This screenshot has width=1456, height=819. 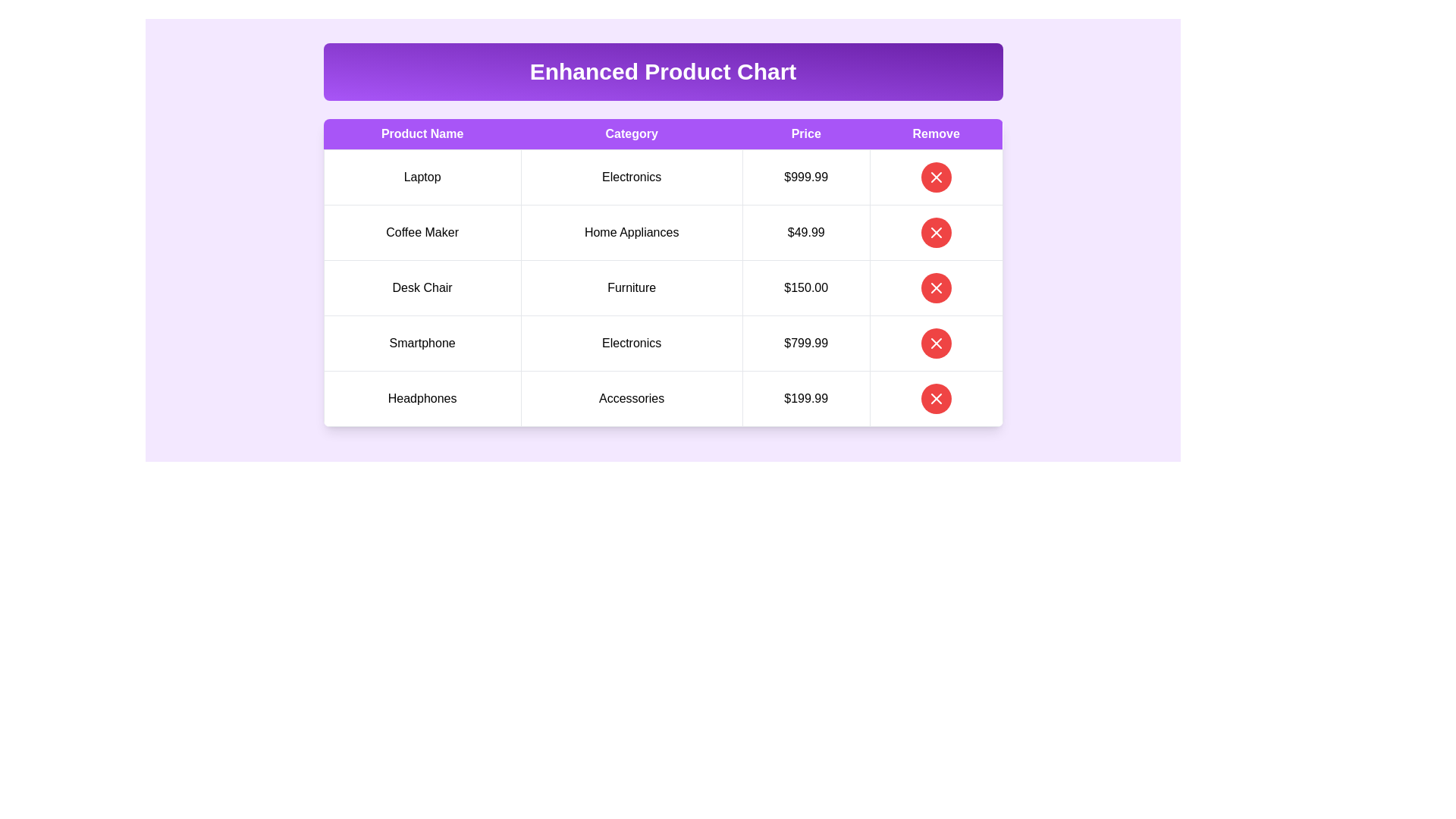 What do you see at coordinates (805, 233) in the screenshot?
I see `the static text displaying the price '$49.99' in the 'Price' column of the second row for the product 'Coffee Maker'` at bounding box center [805, 233].